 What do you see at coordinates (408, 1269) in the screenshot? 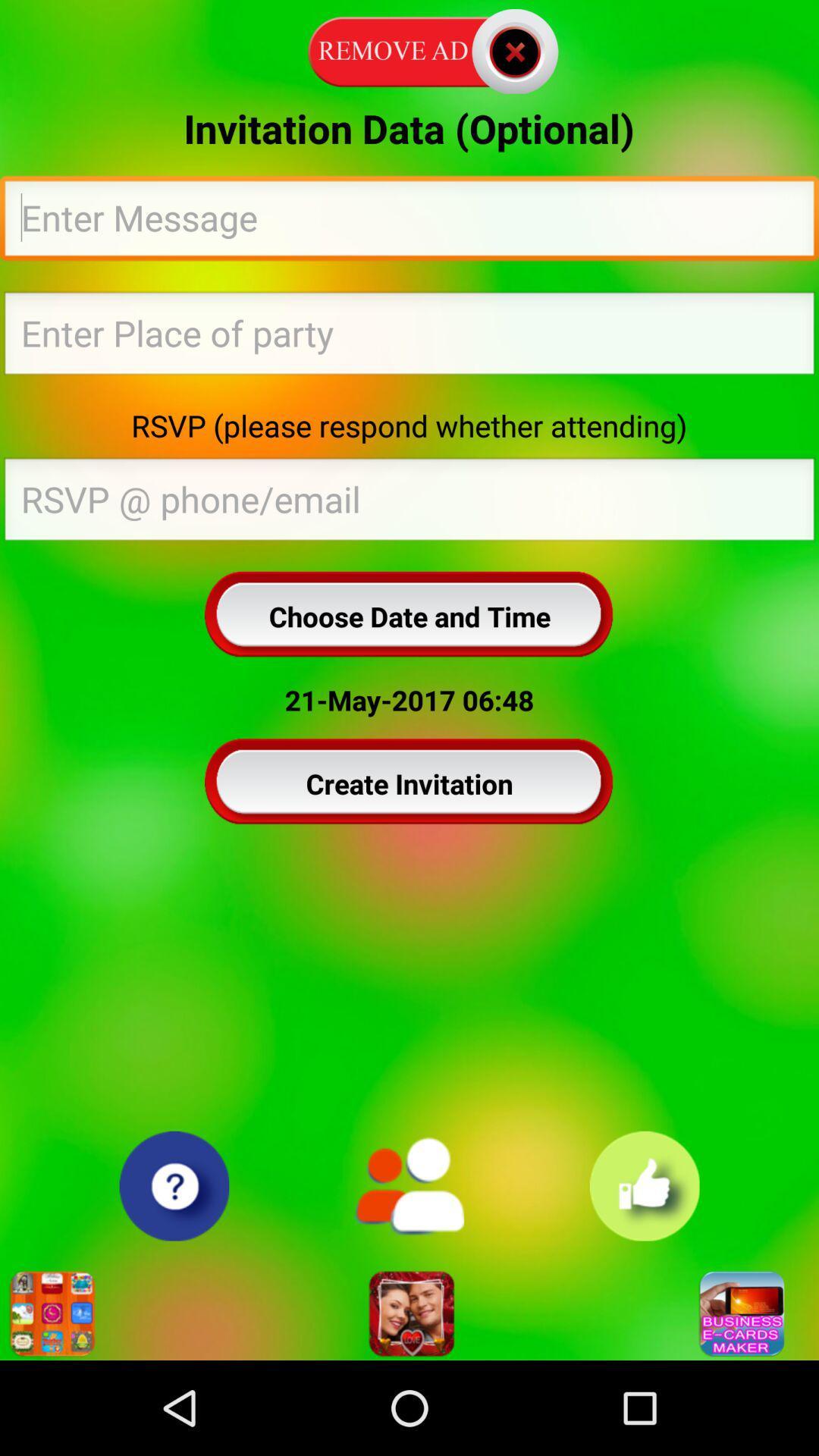
I see `the avatar icon` at bounding box center [408, 1269].